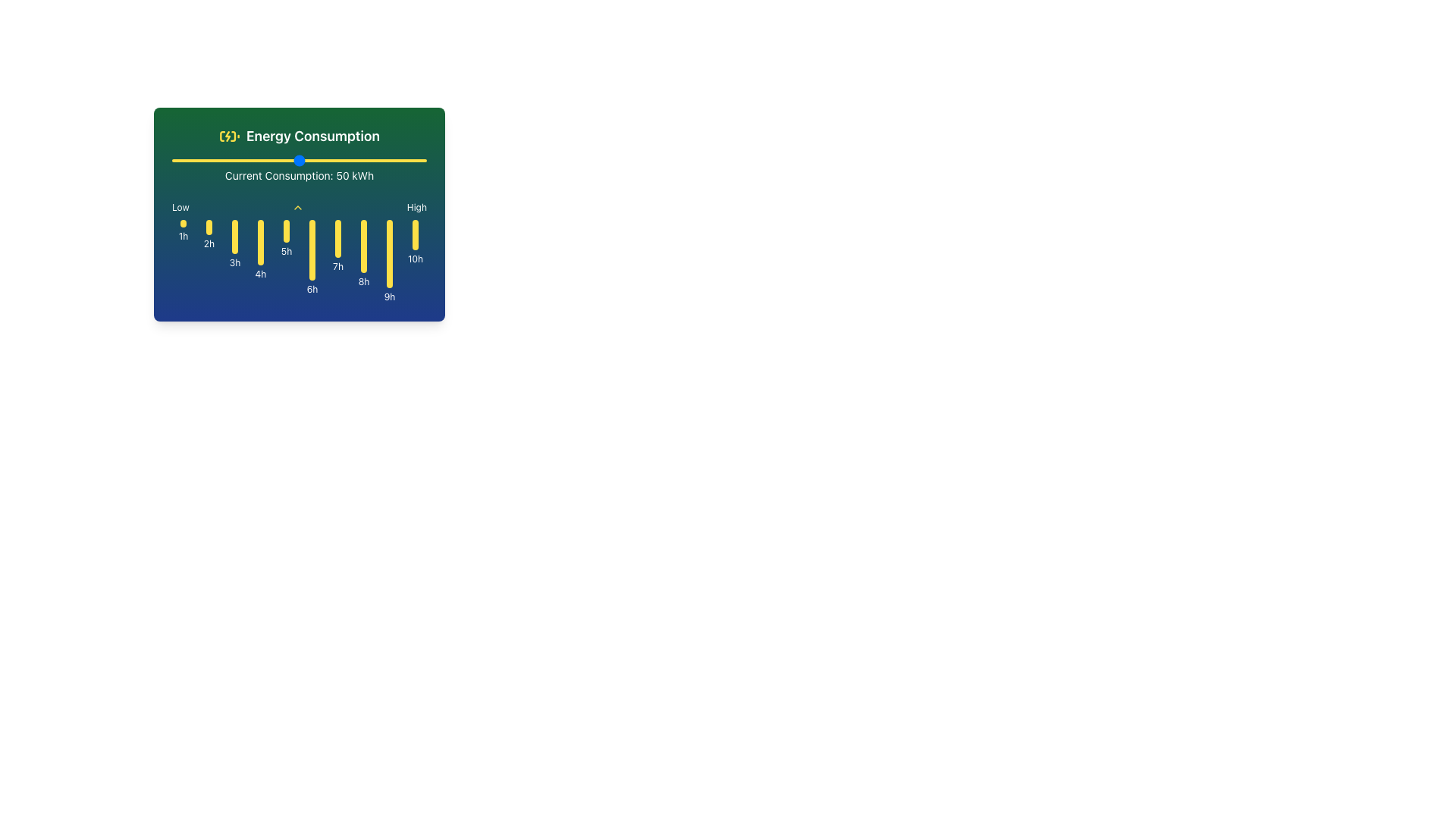 The width and height of the screenshot is (1456, 819). Describe the element at coordinates (364, 281) in the screenshot. I see `the text label displaying '8h' located below the eighth vertical yellow bar in the graphical chart` at that location.